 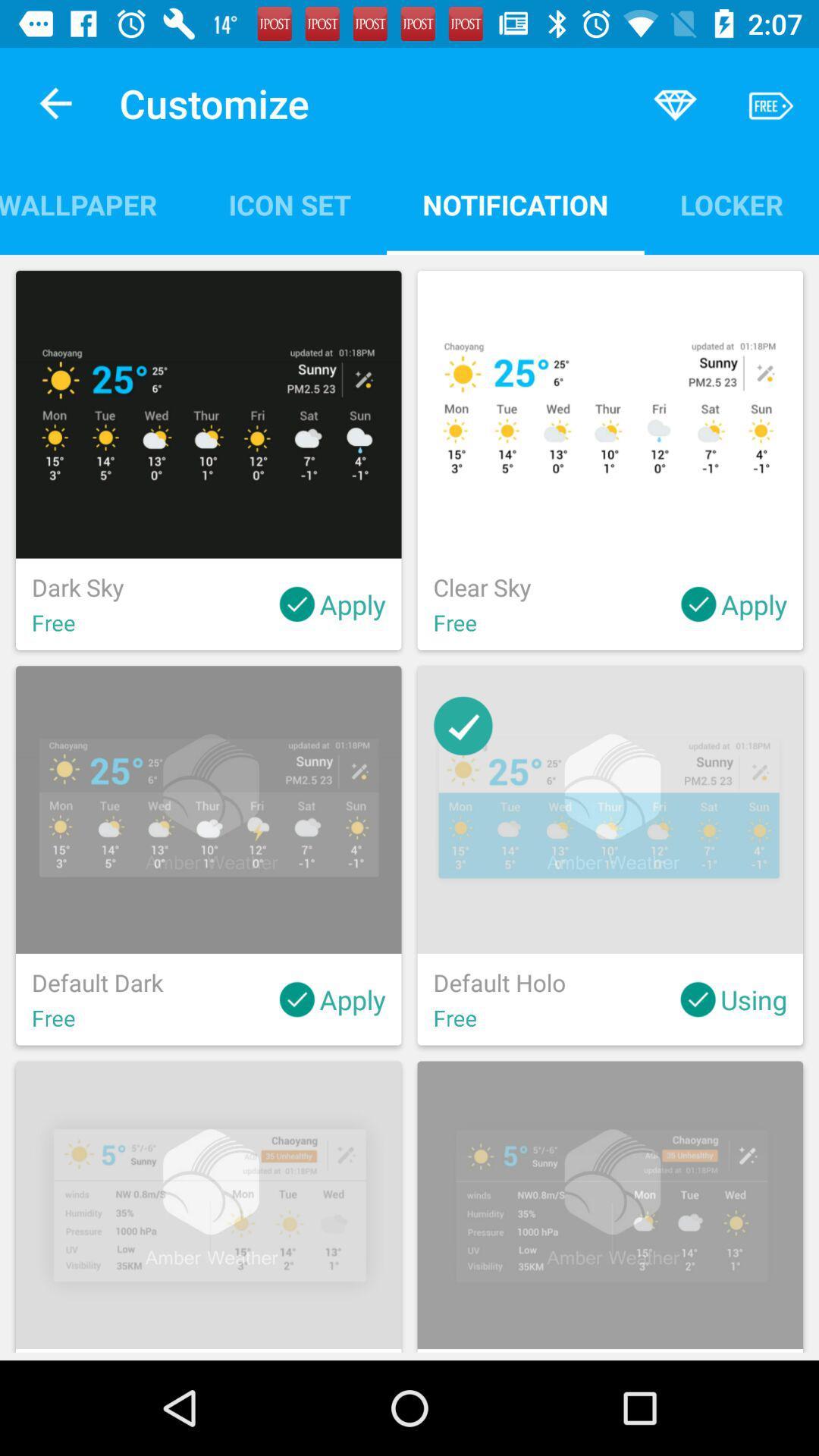 I want to click on icon set below customize, so click(x=289, y=204).